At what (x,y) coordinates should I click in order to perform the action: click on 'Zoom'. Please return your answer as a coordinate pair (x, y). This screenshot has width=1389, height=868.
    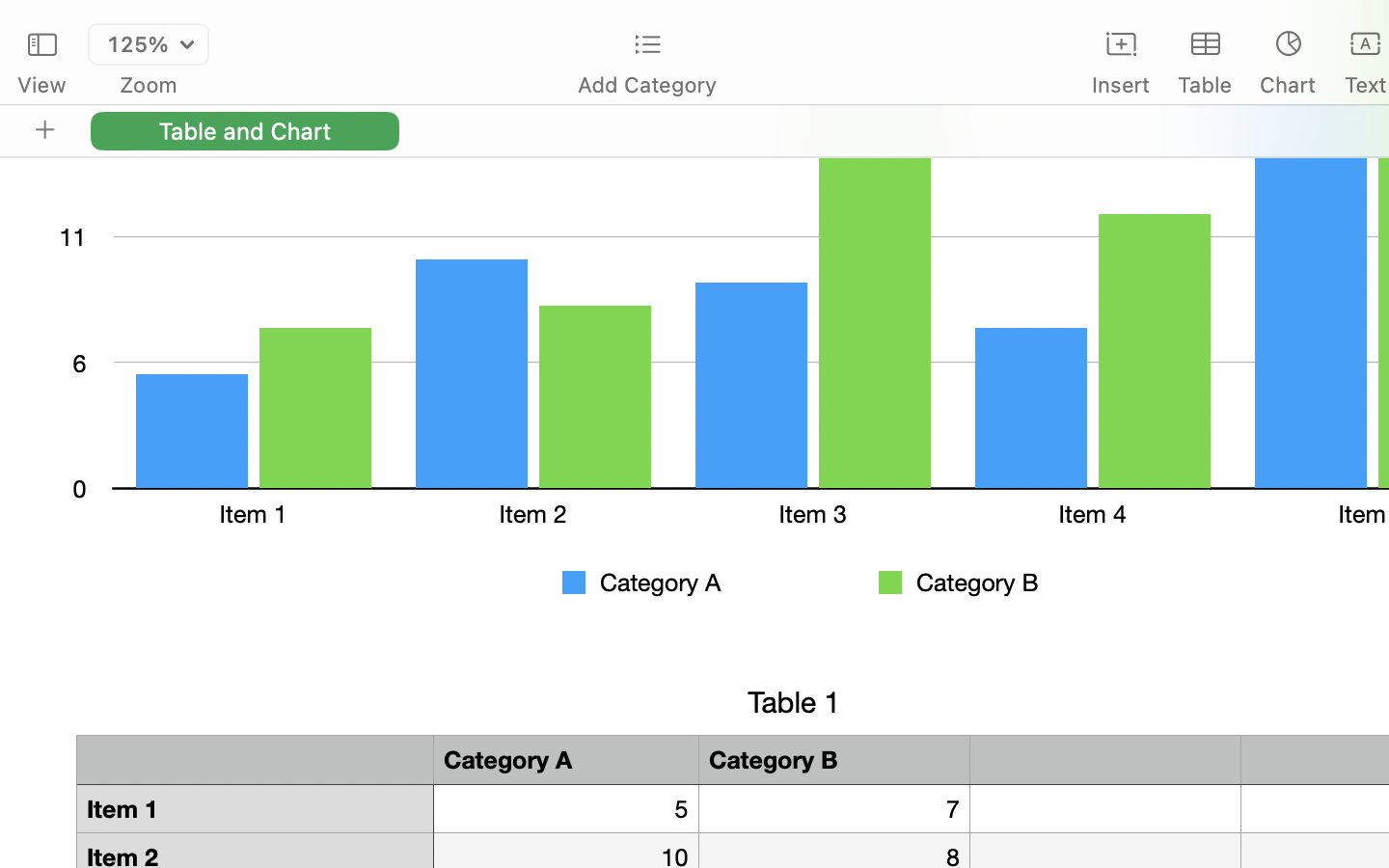
    Looking at the image, I should click on (147, 84).